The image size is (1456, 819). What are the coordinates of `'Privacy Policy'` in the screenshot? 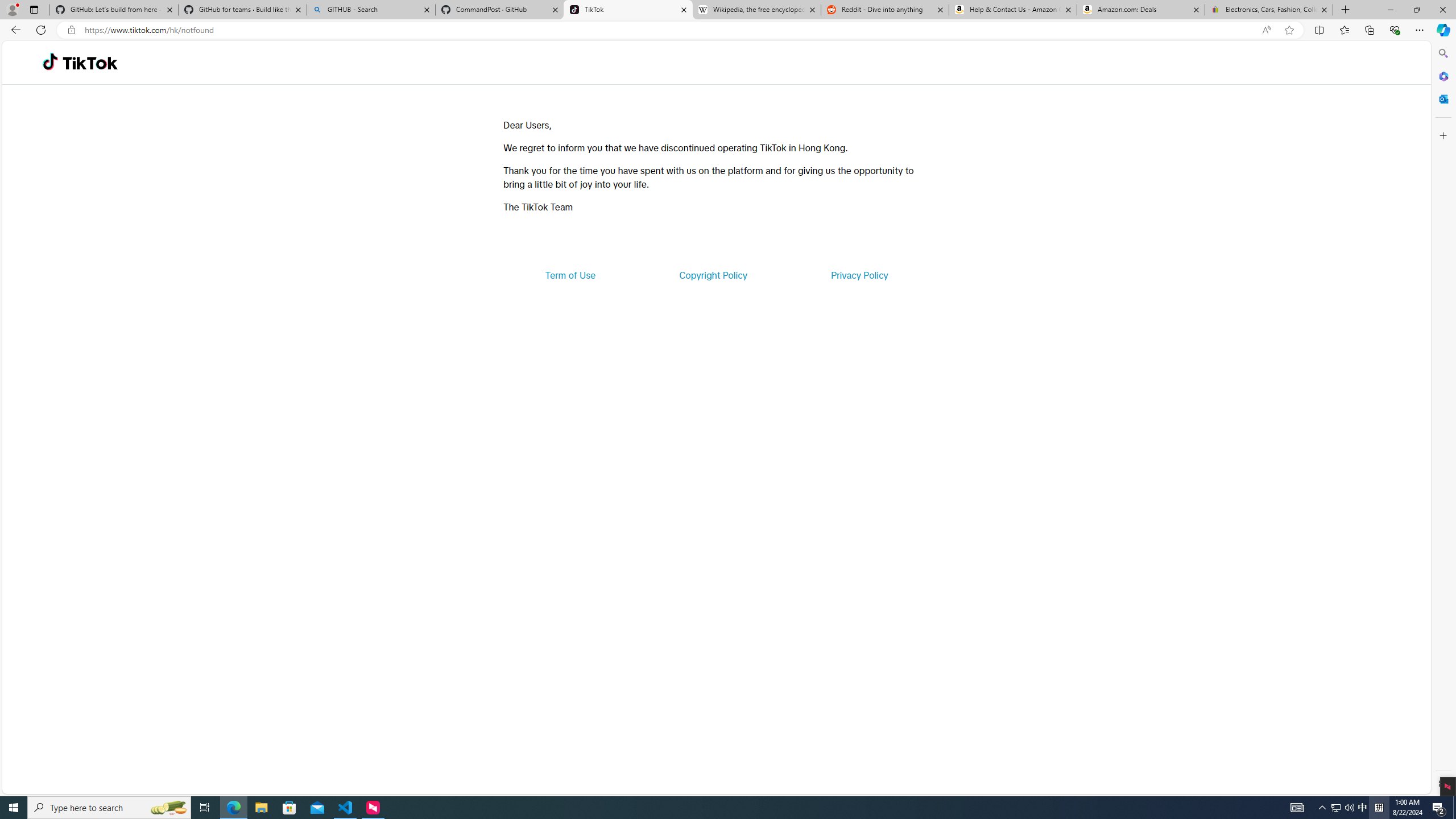 It's located at (858, 274).